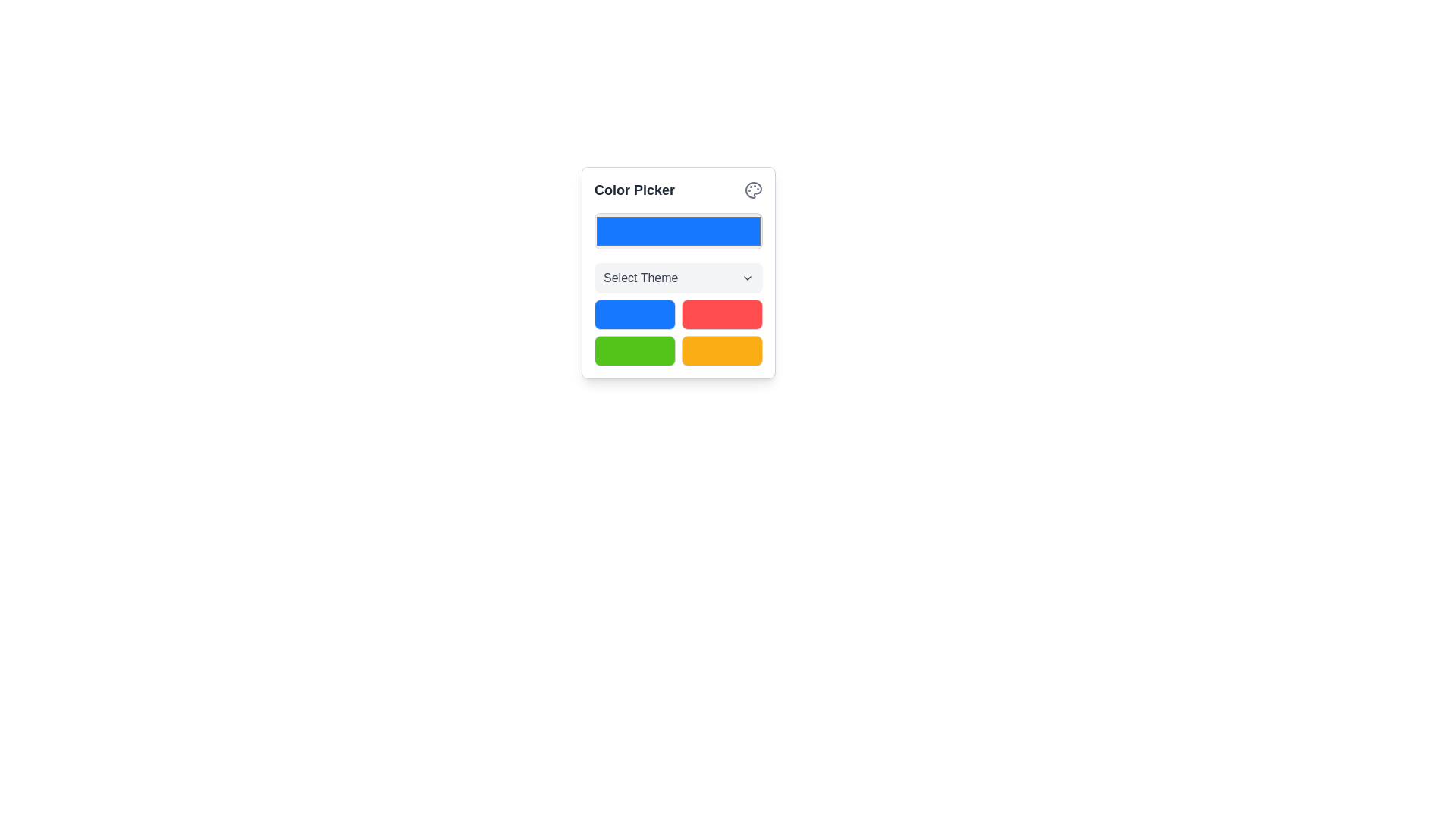 This screenshot has height=819, width=1456. I want to click on the color picker button located below the 'Color Picker' title, so click(677, 231).